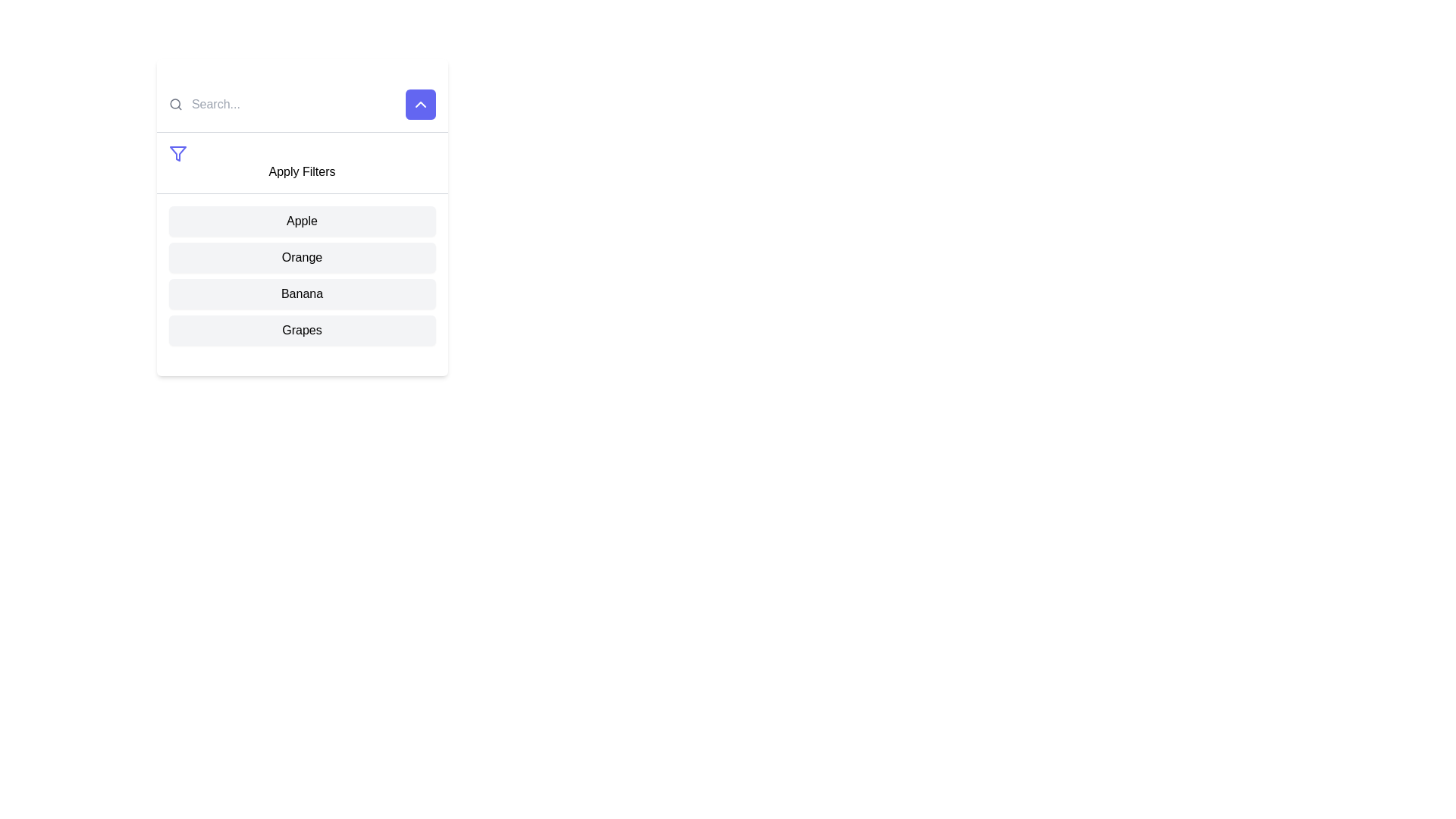 This screenshot has height=819, width=1456. Describe the element at coordinates (302, 329) in the screenshot. I see `the 'Grapes' button-like list item, which is the fourth item in a vertical list below 'Banana'` at that location.